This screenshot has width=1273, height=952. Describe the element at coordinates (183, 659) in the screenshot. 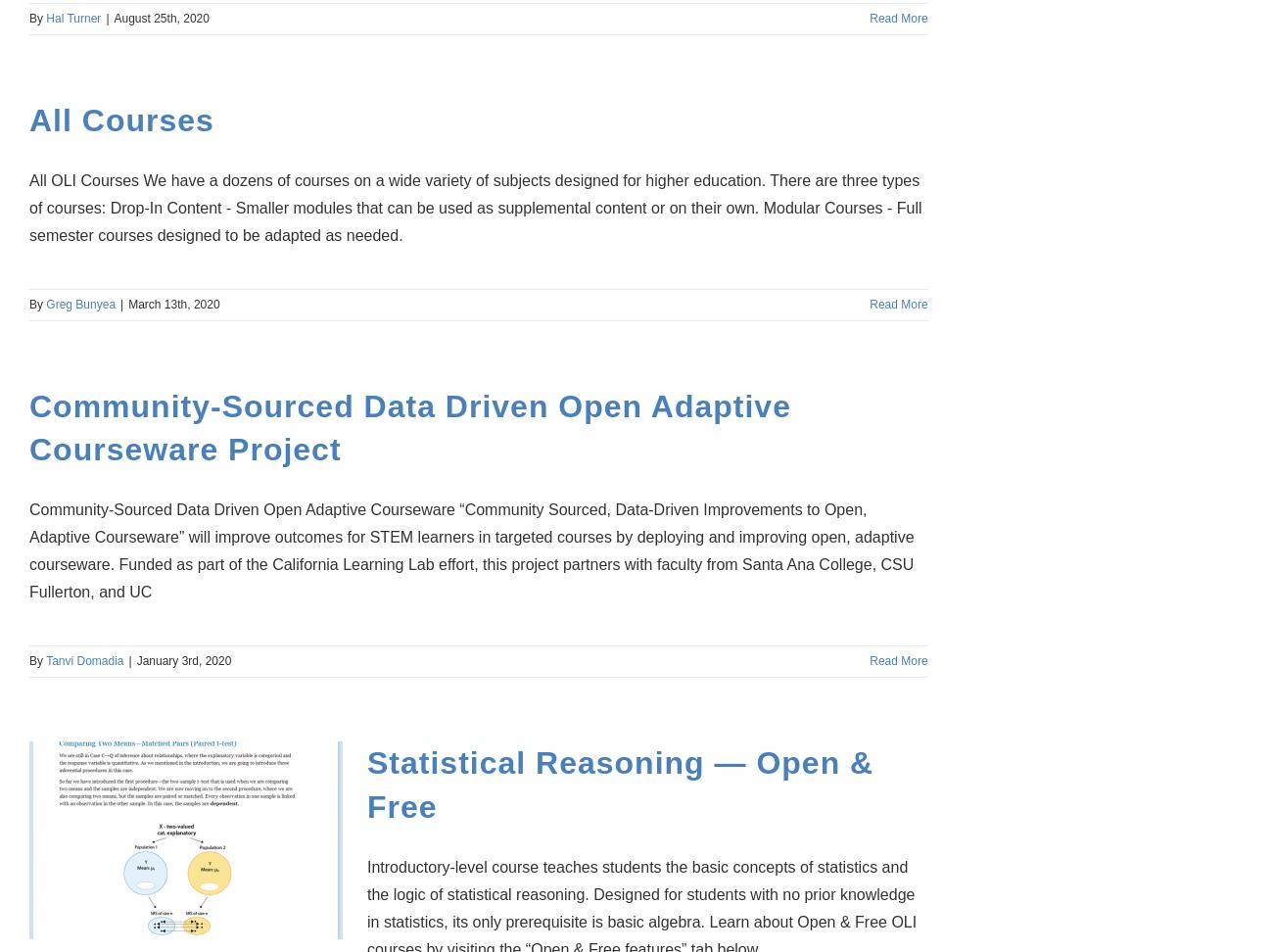

I see `'January 3rd, 2020'` at that location.